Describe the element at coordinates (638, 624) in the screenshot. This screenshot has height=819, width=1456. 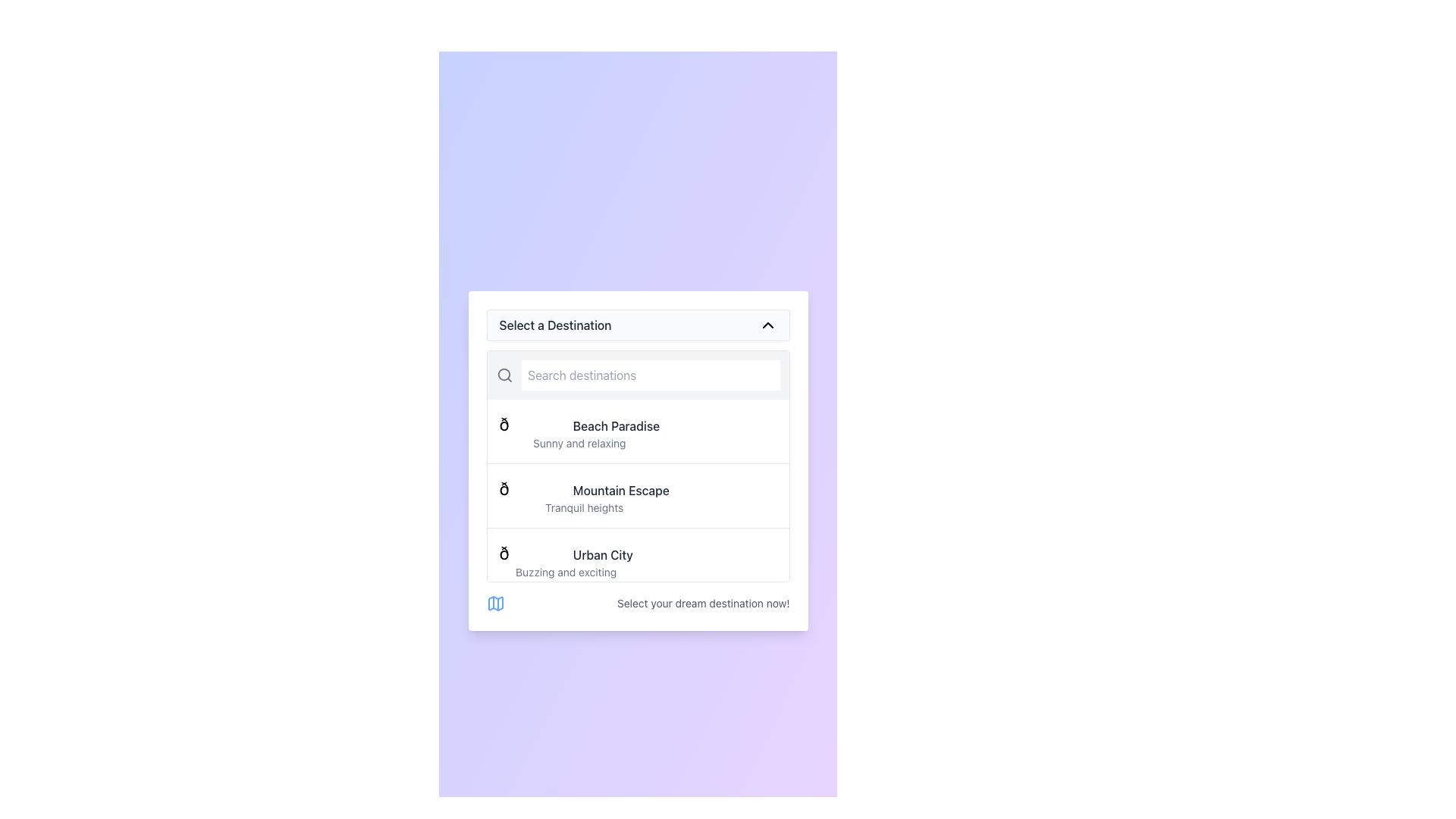
I see `the 'Forest Retreat' selector card, which features a vibrant blue icon, bold primary text 'Forest Retreat', and smaller secondary text 'Peaceful and green'. It is the fourth item in a scrollable list, located below the 'Urban City' card` at that location.